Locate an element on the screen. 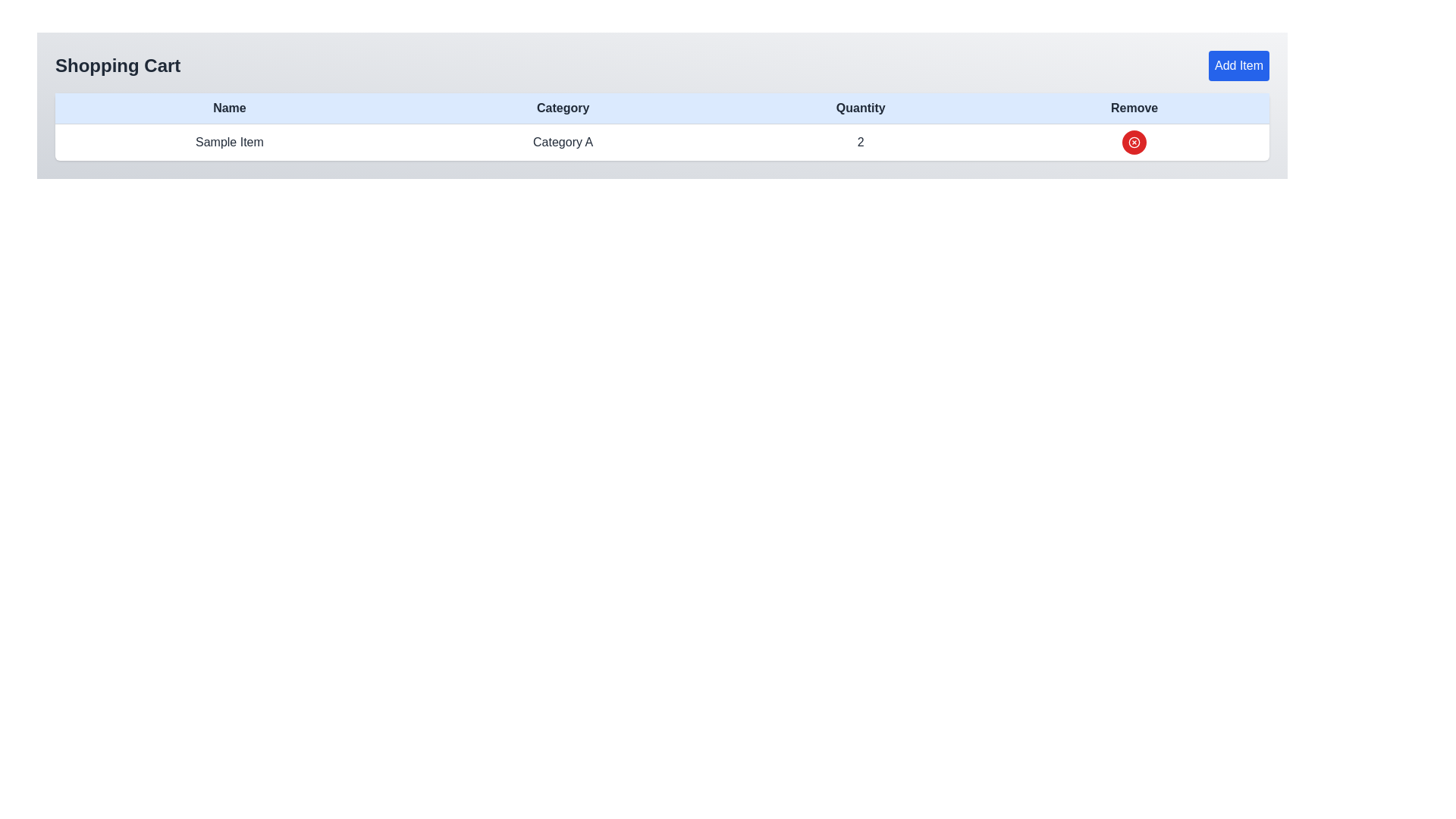 The height and width of the screenshot is (819, 1456). the Text label that indicates the category of the associated item in the table's 'Category' column, located between 'Sample Item' and '2' is located at coordinates (562, 142).